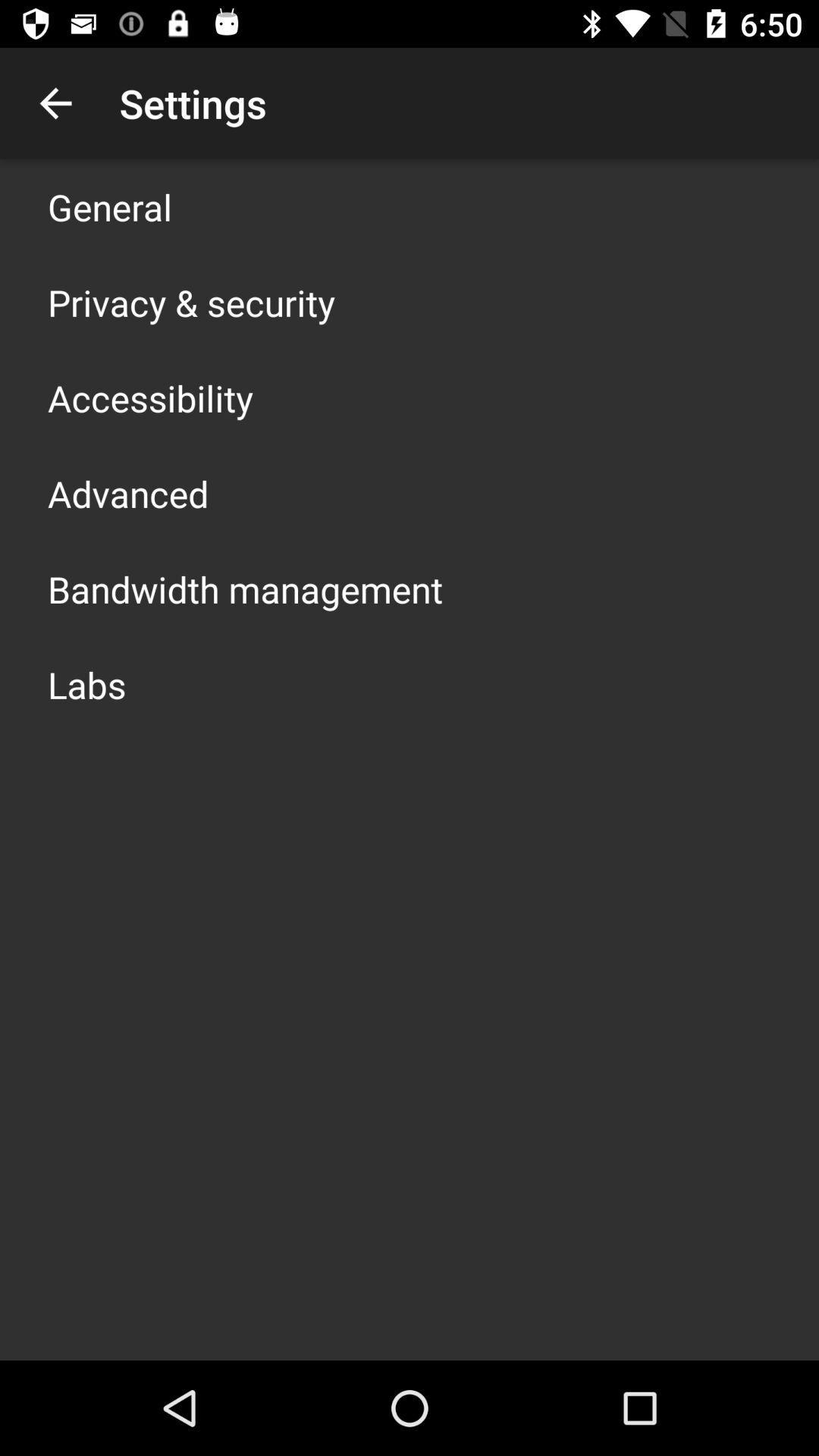 The width and height of the screenshot is (819, 1456). What do you see at coordinates (55, 102) in the screenshot?
I see `the item next to the settings app` at bounding box center [55, 102].